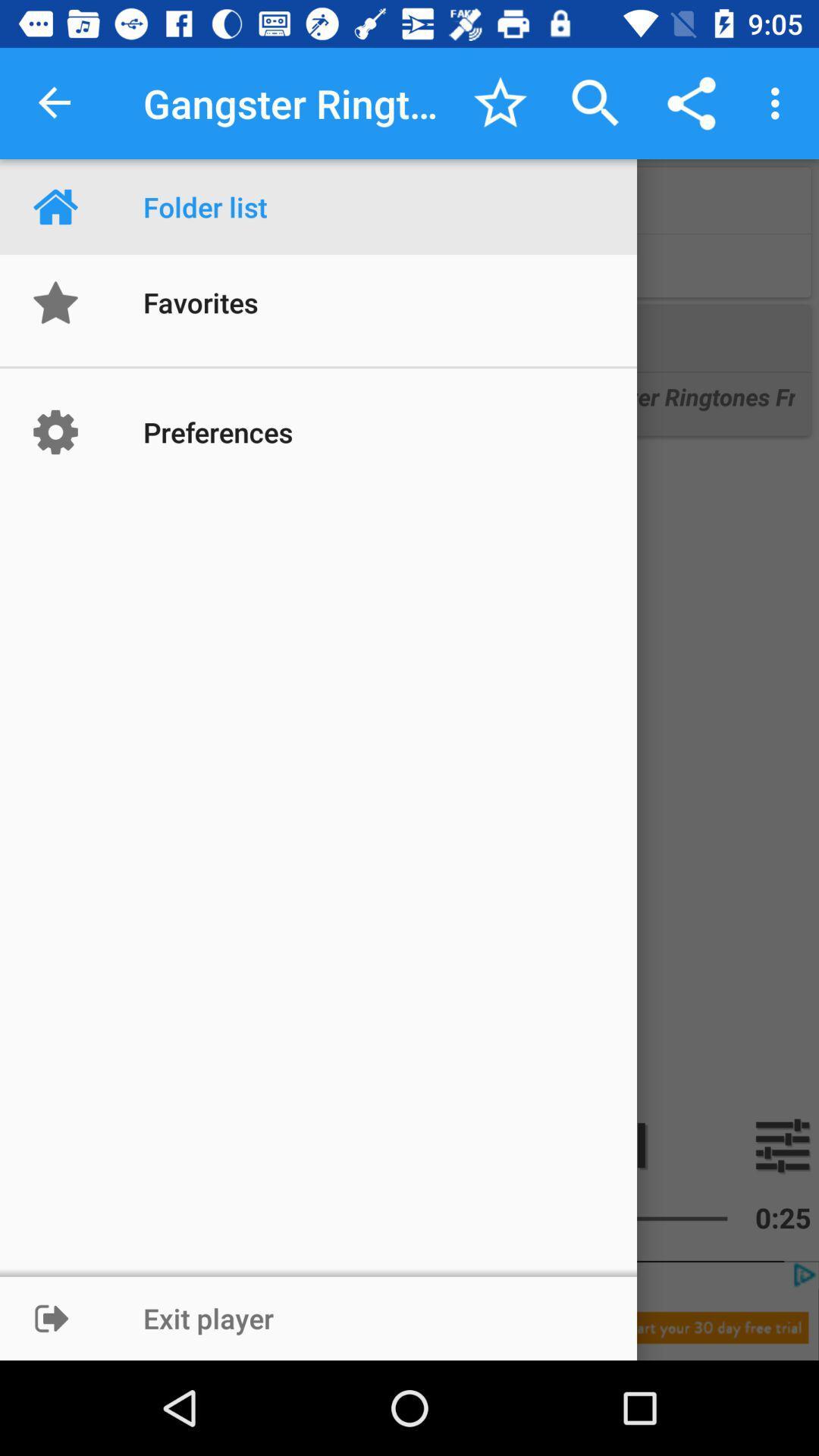 This screenshot has width=819, height=1456. I want to click on the sliders icon, so click(783, 1145).